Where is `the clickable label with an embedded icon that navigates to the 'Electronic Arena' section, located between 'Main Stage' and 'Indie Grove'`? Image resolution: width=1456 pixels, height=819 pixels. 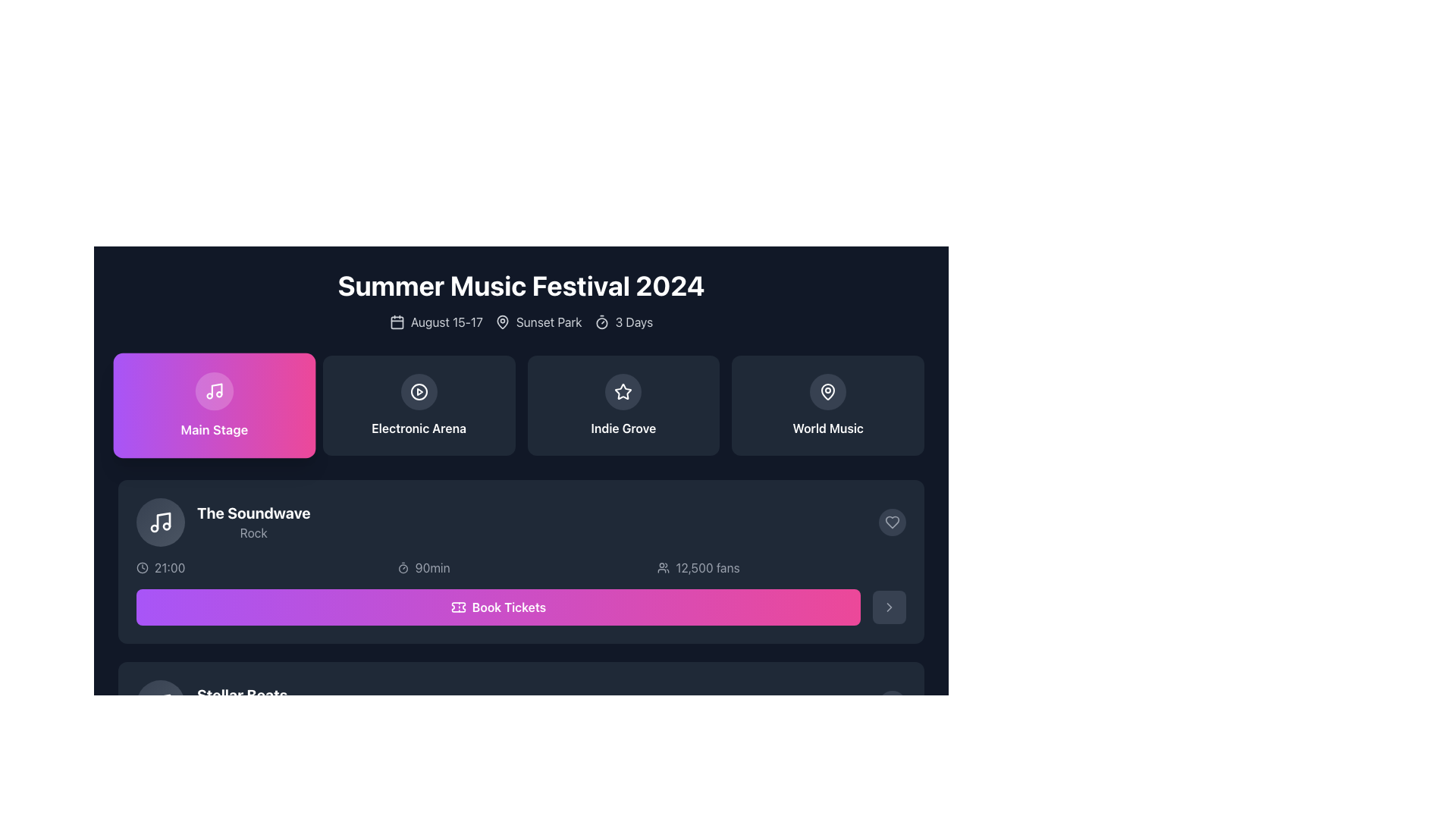
the clickable label with an embedded icon that navigates to the 'Electronic Arena' section, located between 'Main Stage' and 'Indie Grove' is located at coordinates (419, 405).